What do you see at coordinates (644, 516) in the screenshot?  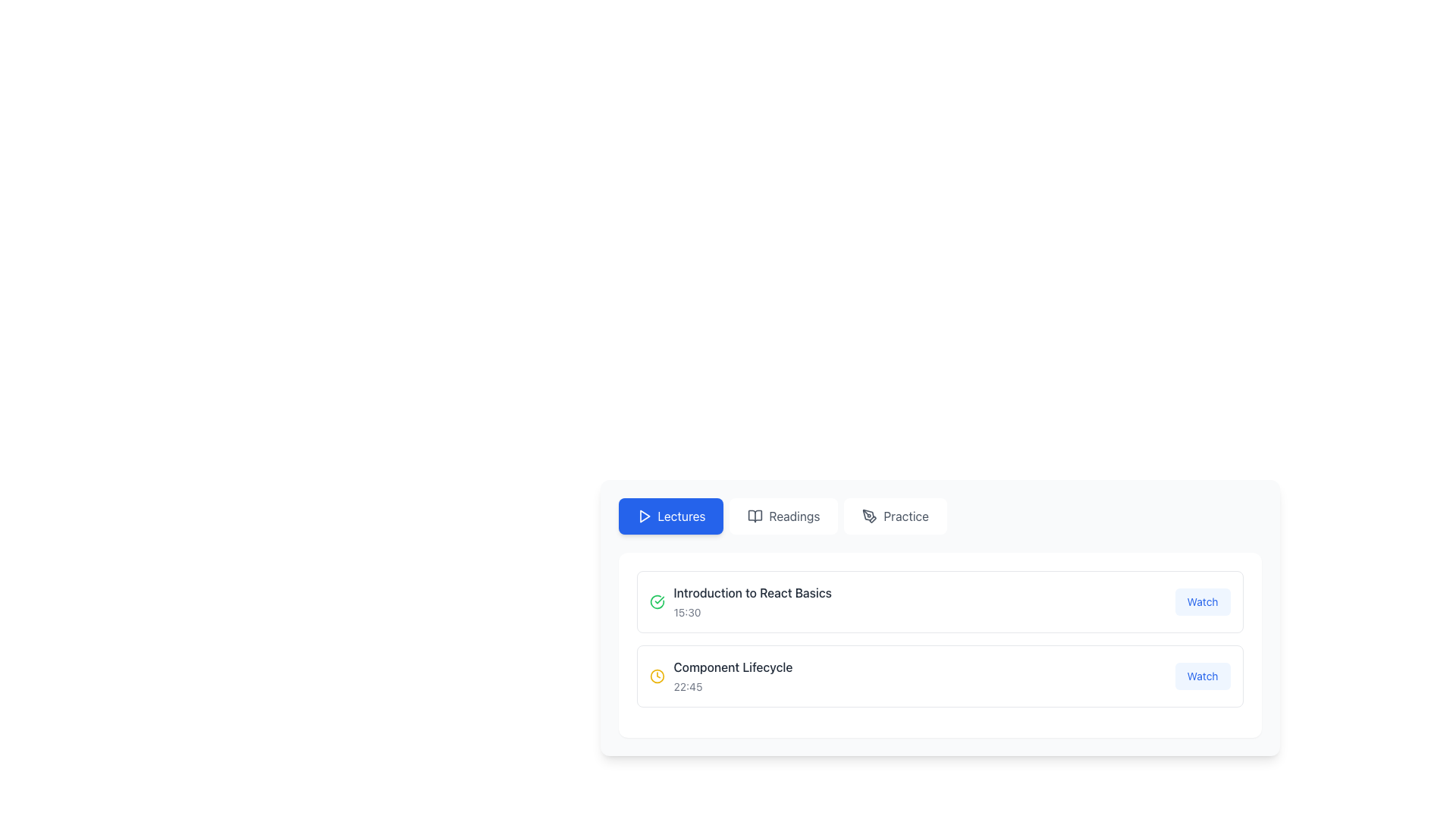 I see `the play icon located in the top-left corner of the Lectures button on the navigation bar to initiate the play action` at bounding box center [644, 516].